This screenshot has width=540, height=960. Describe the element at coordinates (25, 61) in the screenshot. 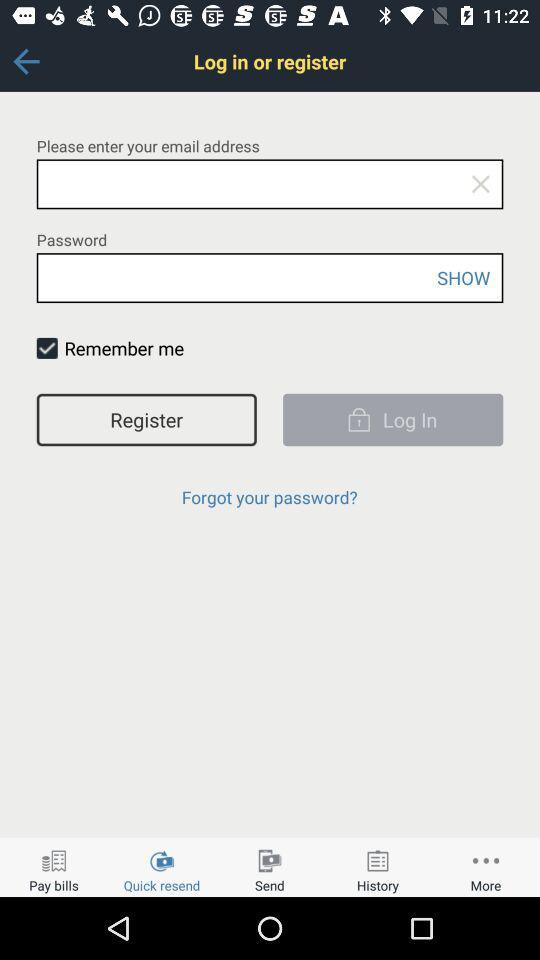

I see `icon next to the log in or icon` at that location.